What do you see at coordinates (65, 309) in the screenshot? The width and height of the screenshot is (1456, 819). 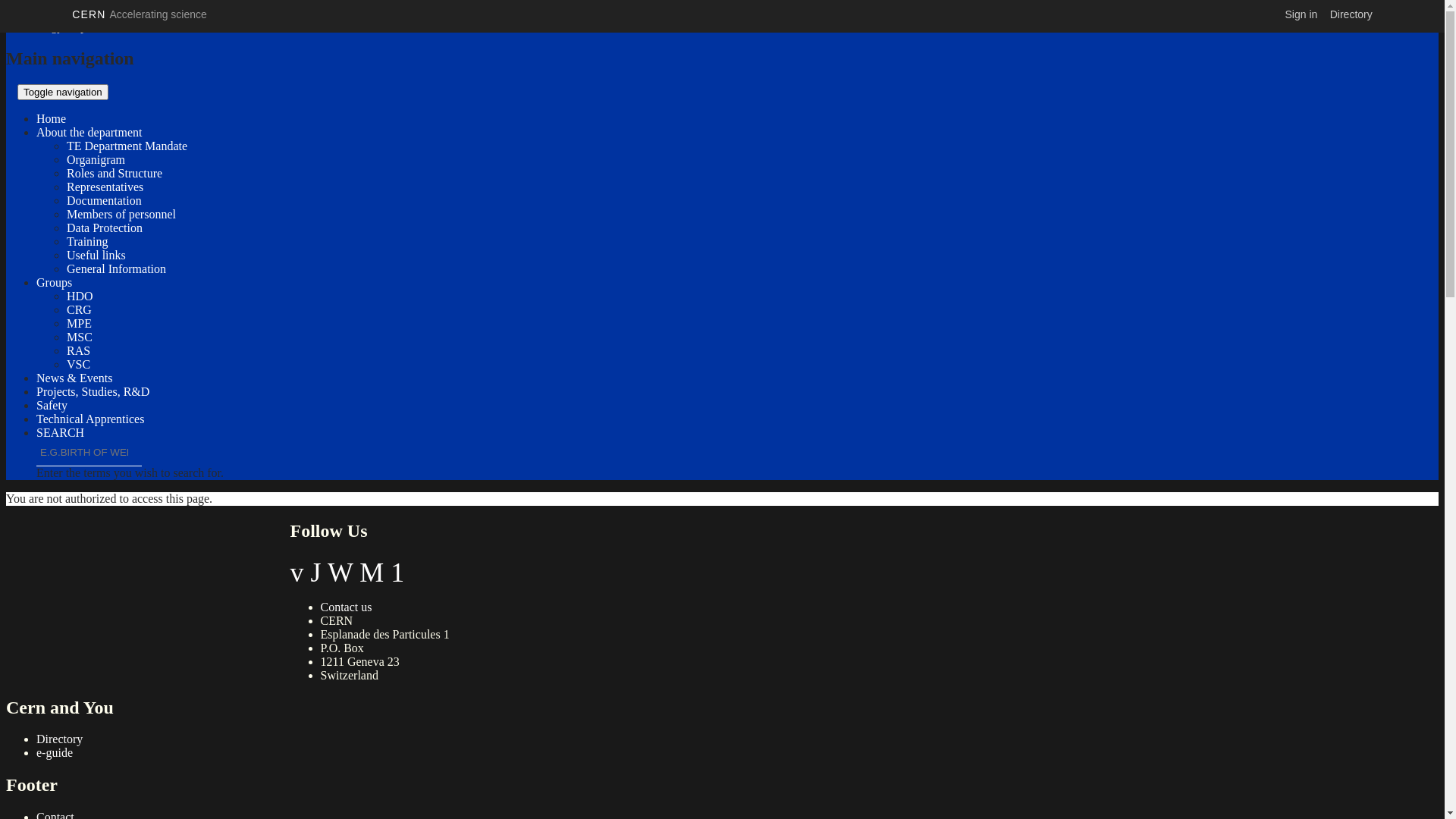 I see `'CRG'` at bounding box center [65, 309].